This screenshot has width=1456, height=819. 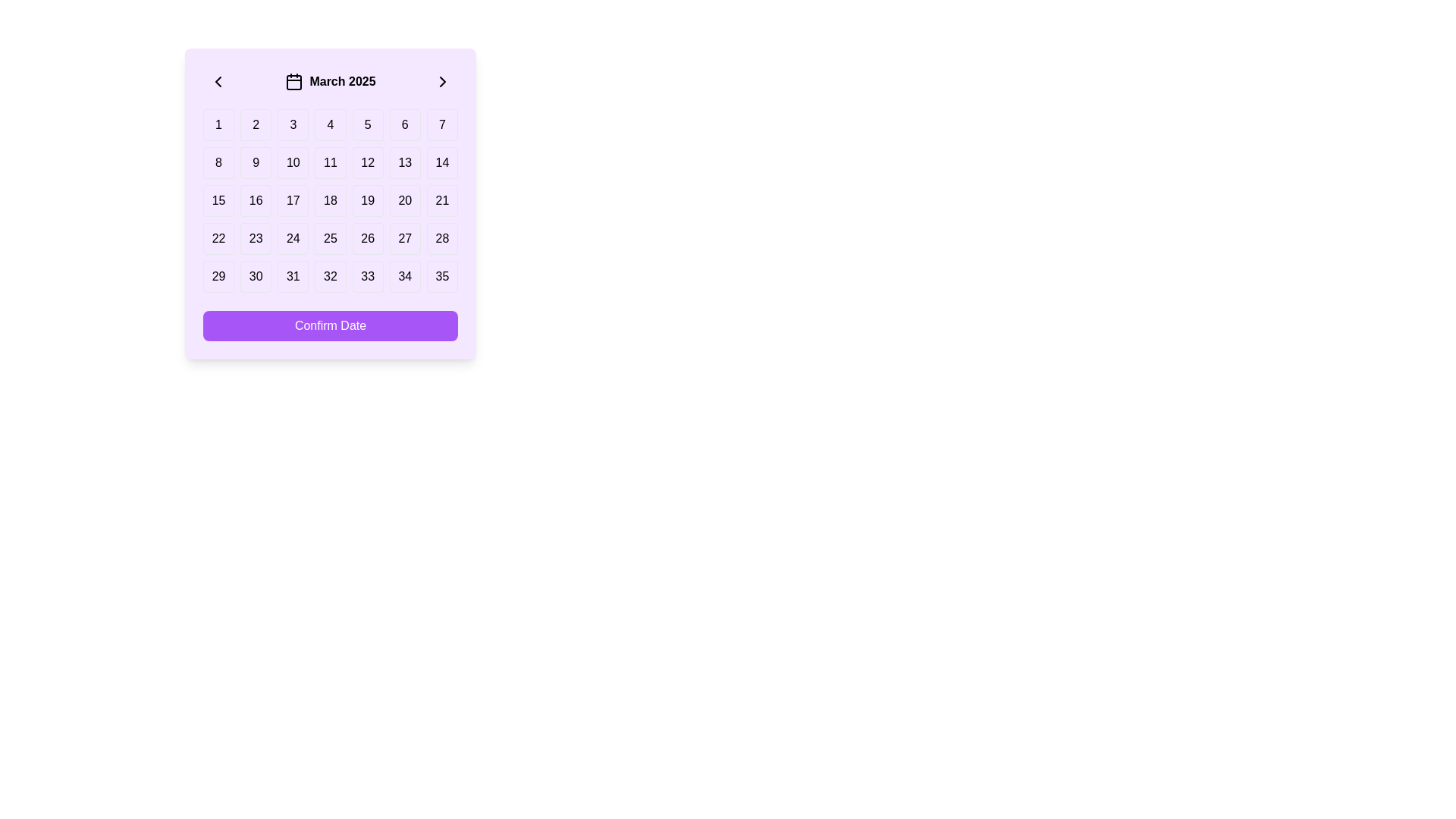 I want to click on the right arrow icon located at the top-right corner of the calendar interface, adjacent to the 'March 2025' label, so click(x=442, y=82).